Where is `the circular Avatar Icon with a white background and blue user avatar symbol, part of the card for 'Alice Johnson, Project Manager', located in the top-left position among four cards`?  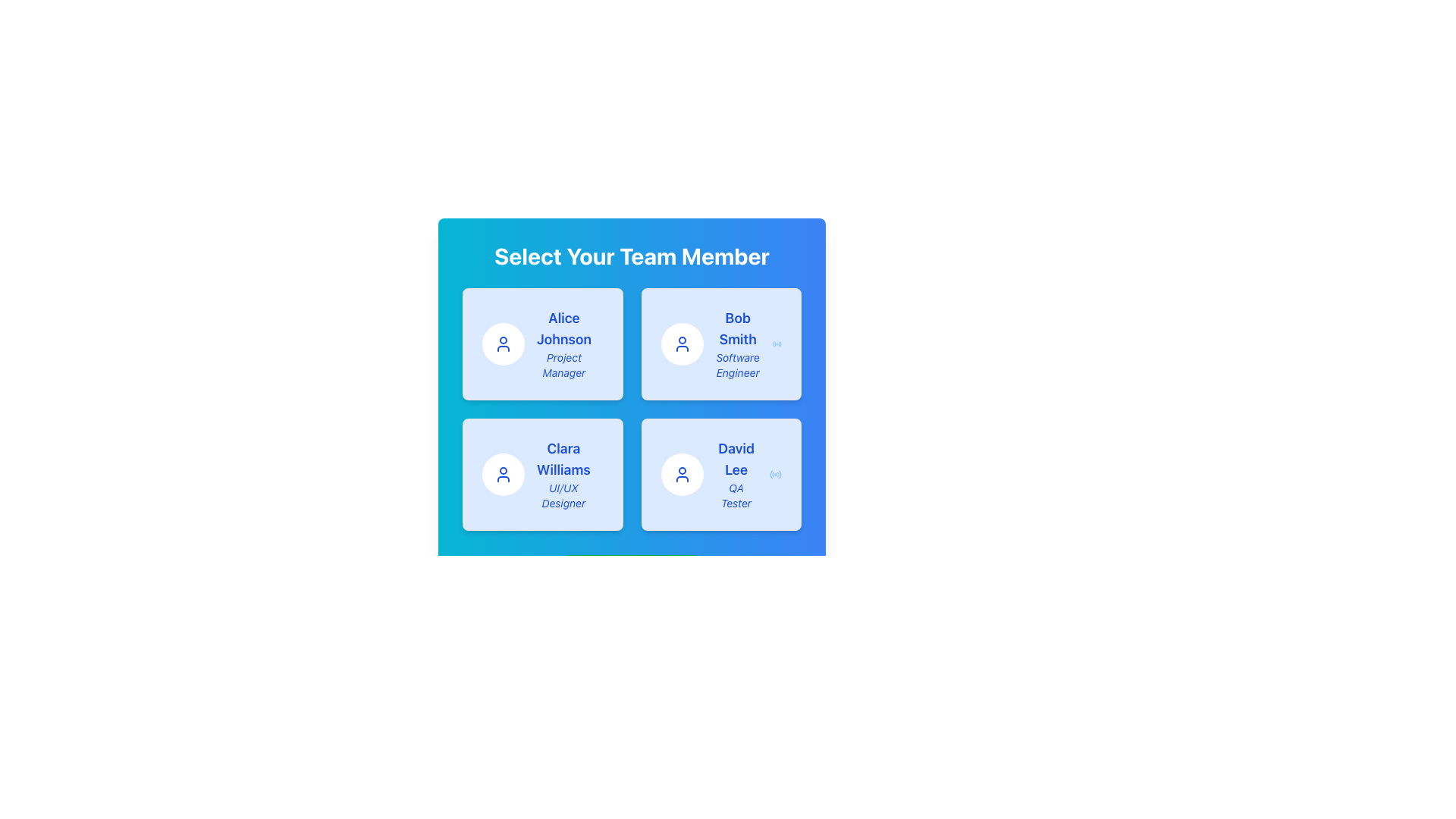
the circular Avatar Icon with a white background and blue user avatar symbol, part of the card for 'Alice Johnson, Project Manager', located in the top-left position among four cards is located at coordinates (503, 344).